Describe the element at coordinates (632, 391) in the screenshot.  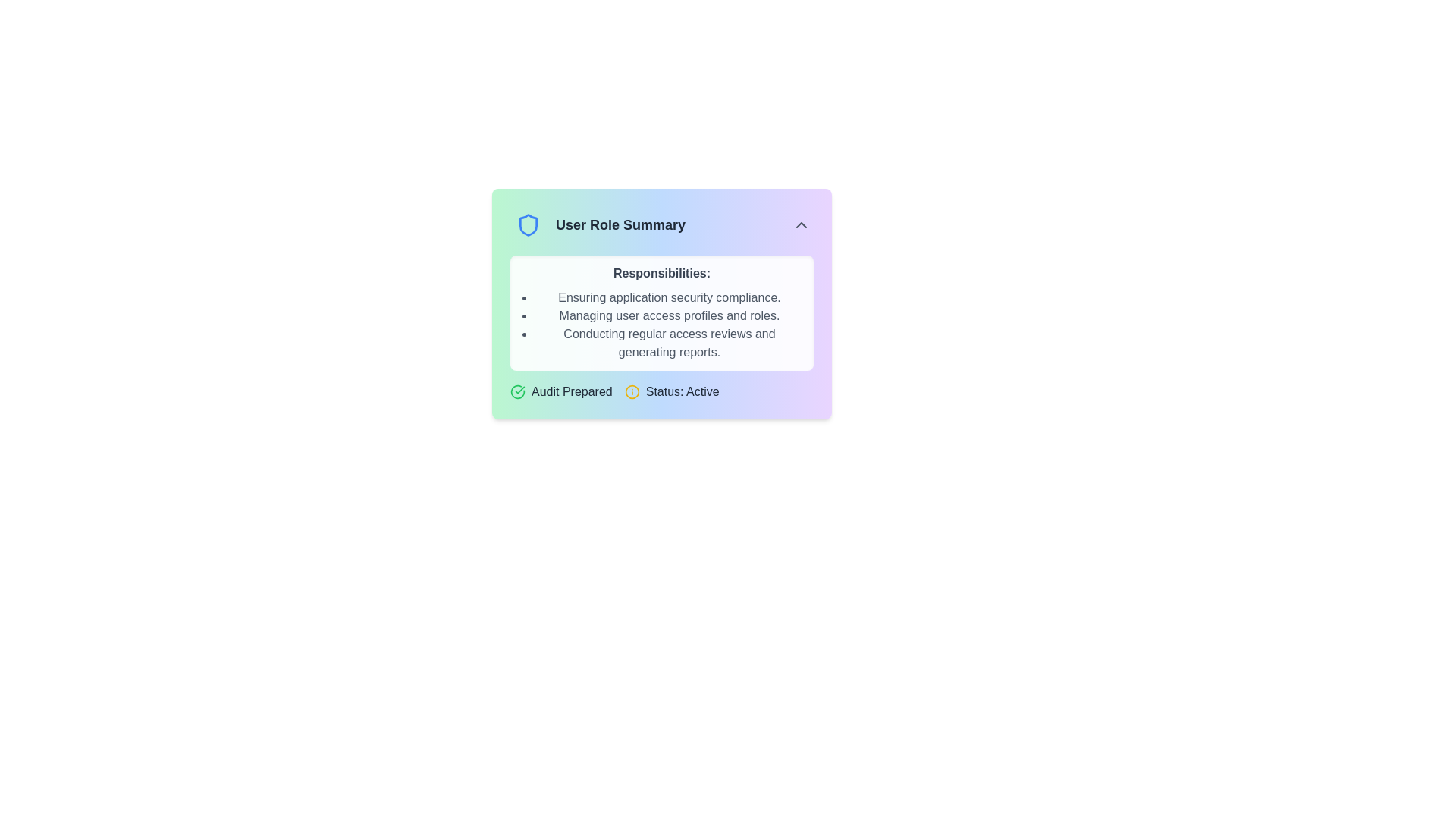
I see `the yellow circular informational alert icon with an exclamation mark located near the 'Status: Active' label` at that location.